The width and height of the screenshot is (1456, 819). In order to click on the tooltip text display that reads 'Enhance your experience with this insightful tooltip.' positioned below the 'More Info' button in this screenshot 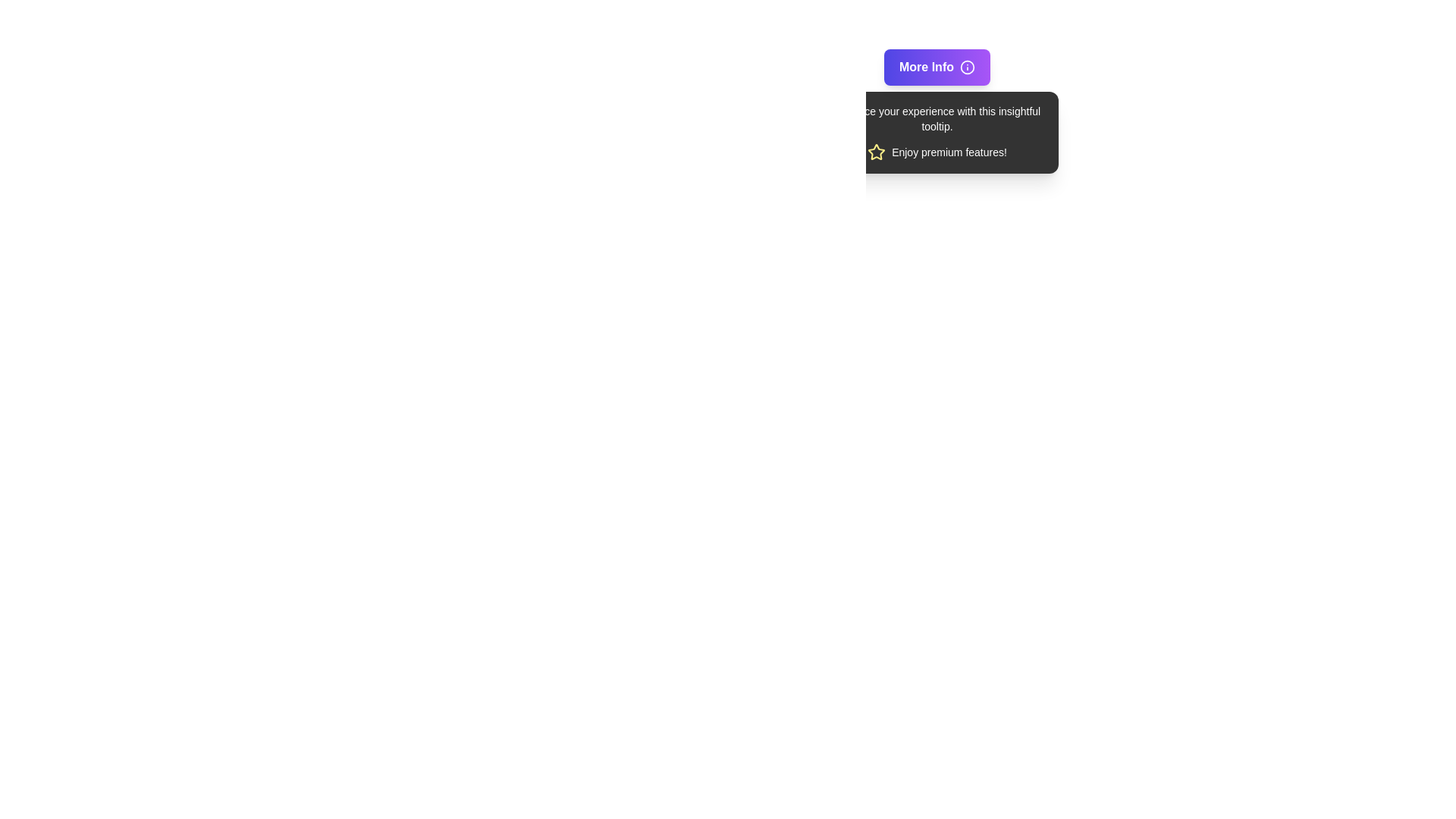, I will do `click(937, 118)`.